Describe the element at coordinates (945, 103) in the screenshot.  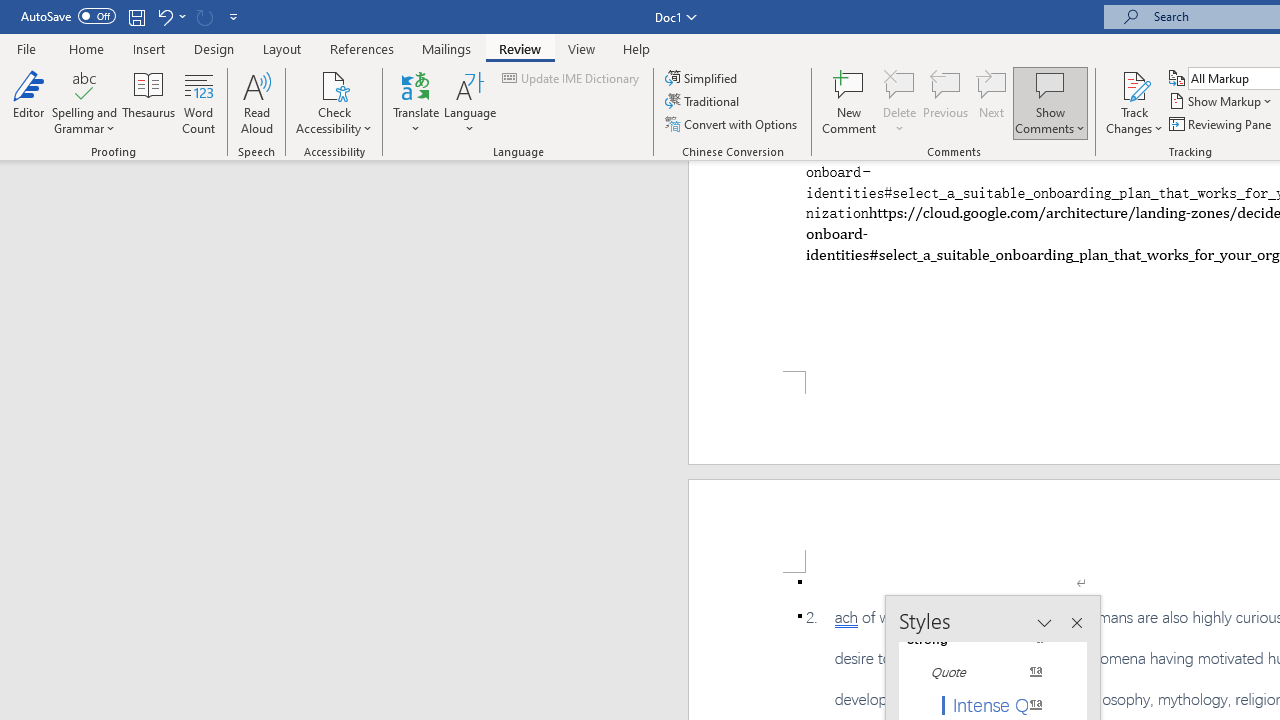
I see `'Previous'` at that location.